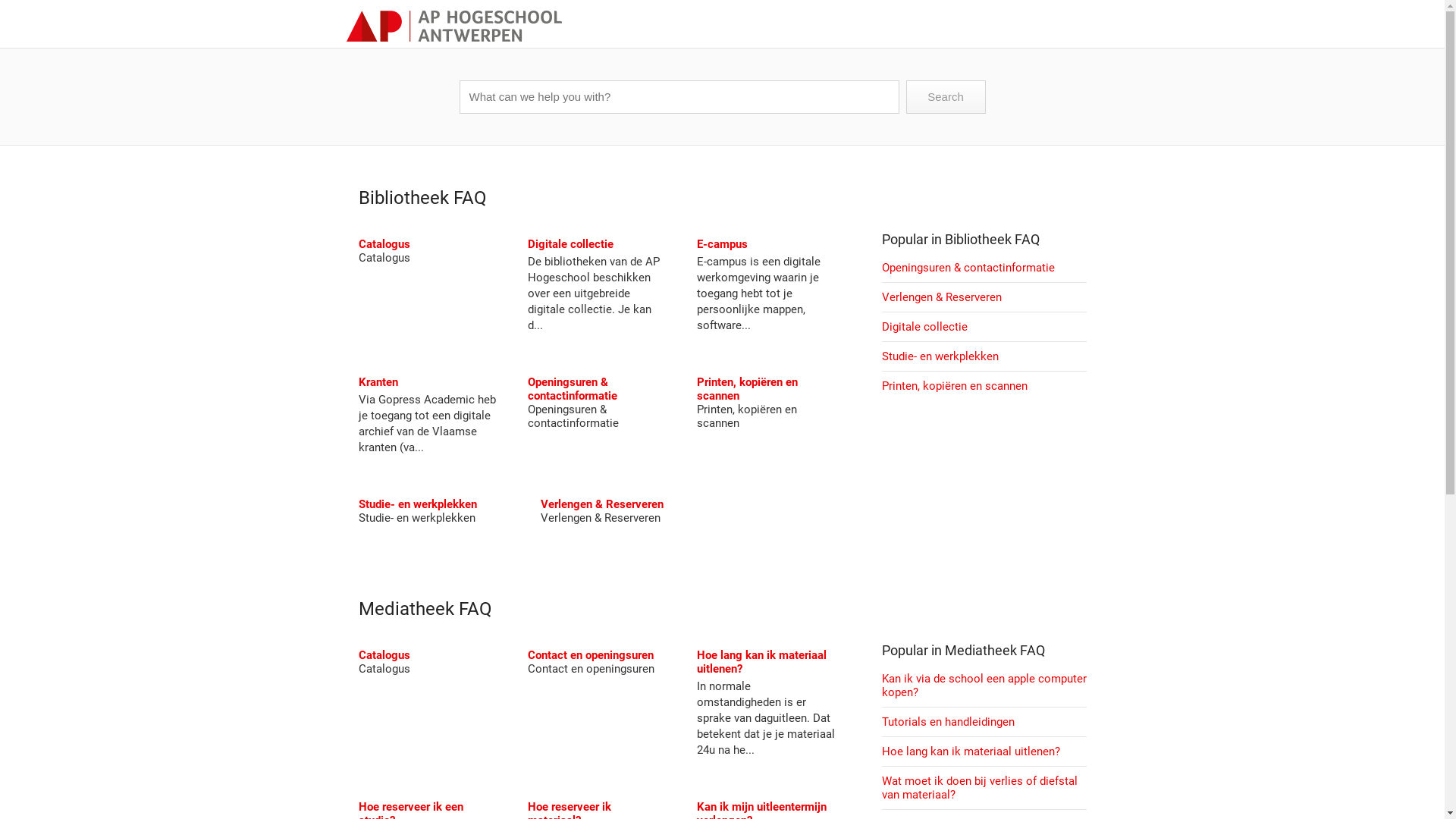 The image size is (1456, 819). What do you see at coordinates (528, 388) in the screenshot?
I see `'Openingsuren & contactinformatie'` at bounding box center [528, 388].